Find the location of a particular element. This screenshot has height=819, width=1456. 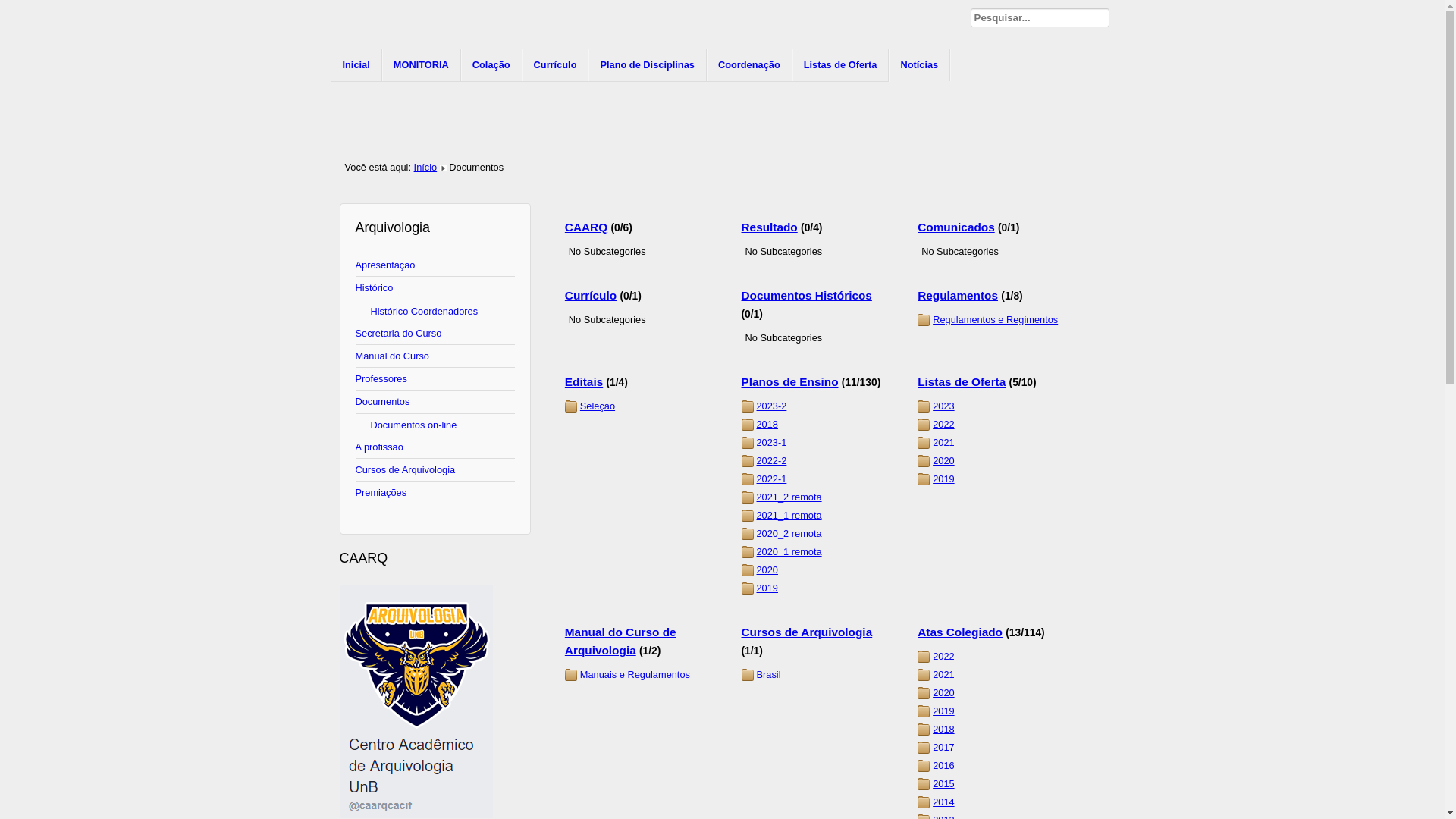

'Secretaria do Curso' is located at coordinates (434, 332).